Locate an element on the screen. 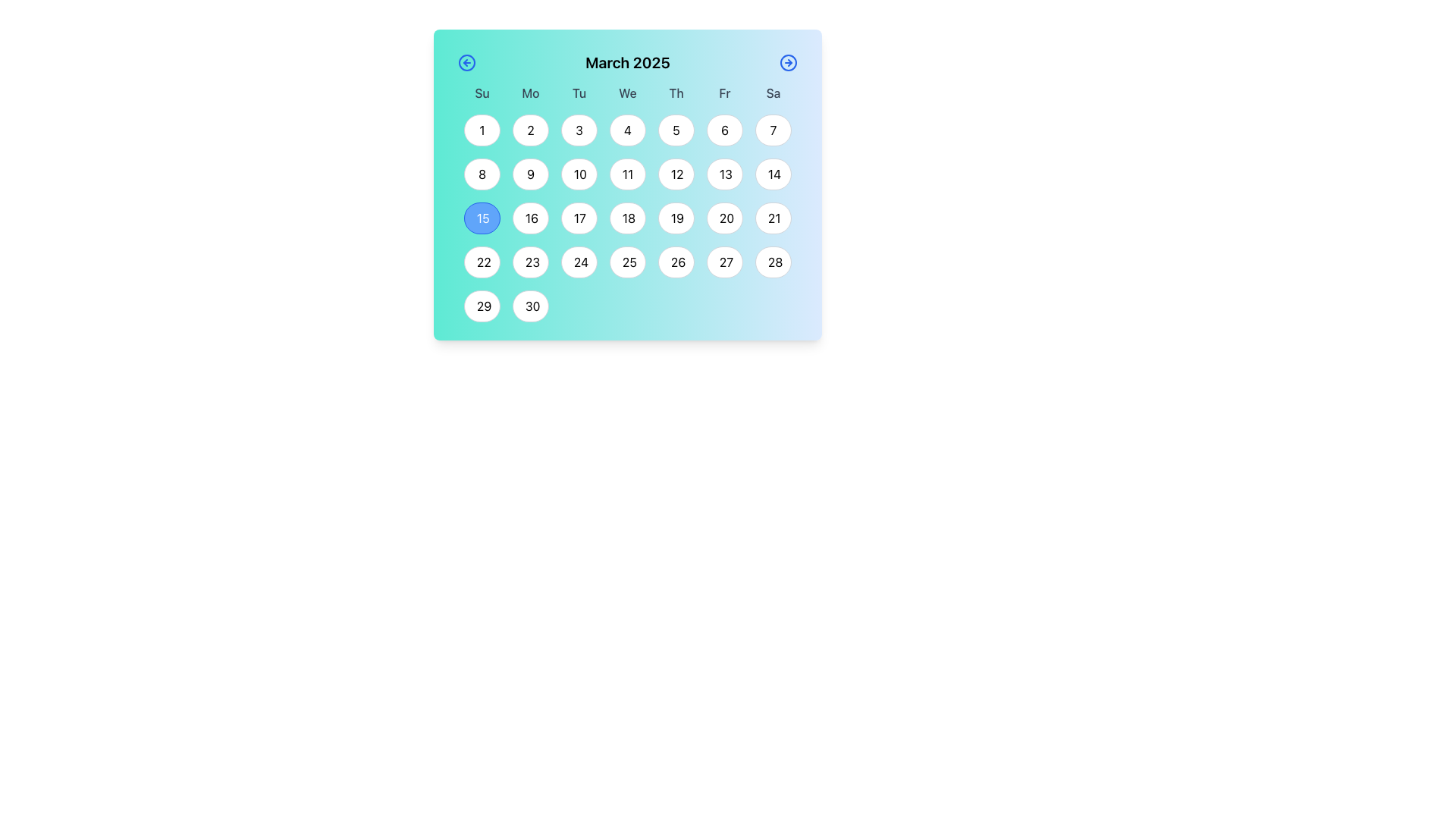 This screenshot has width=1456, height=819. the circular blue arrow icon in the top-right corner of the calendar interface is located at coordinates (789, 62).